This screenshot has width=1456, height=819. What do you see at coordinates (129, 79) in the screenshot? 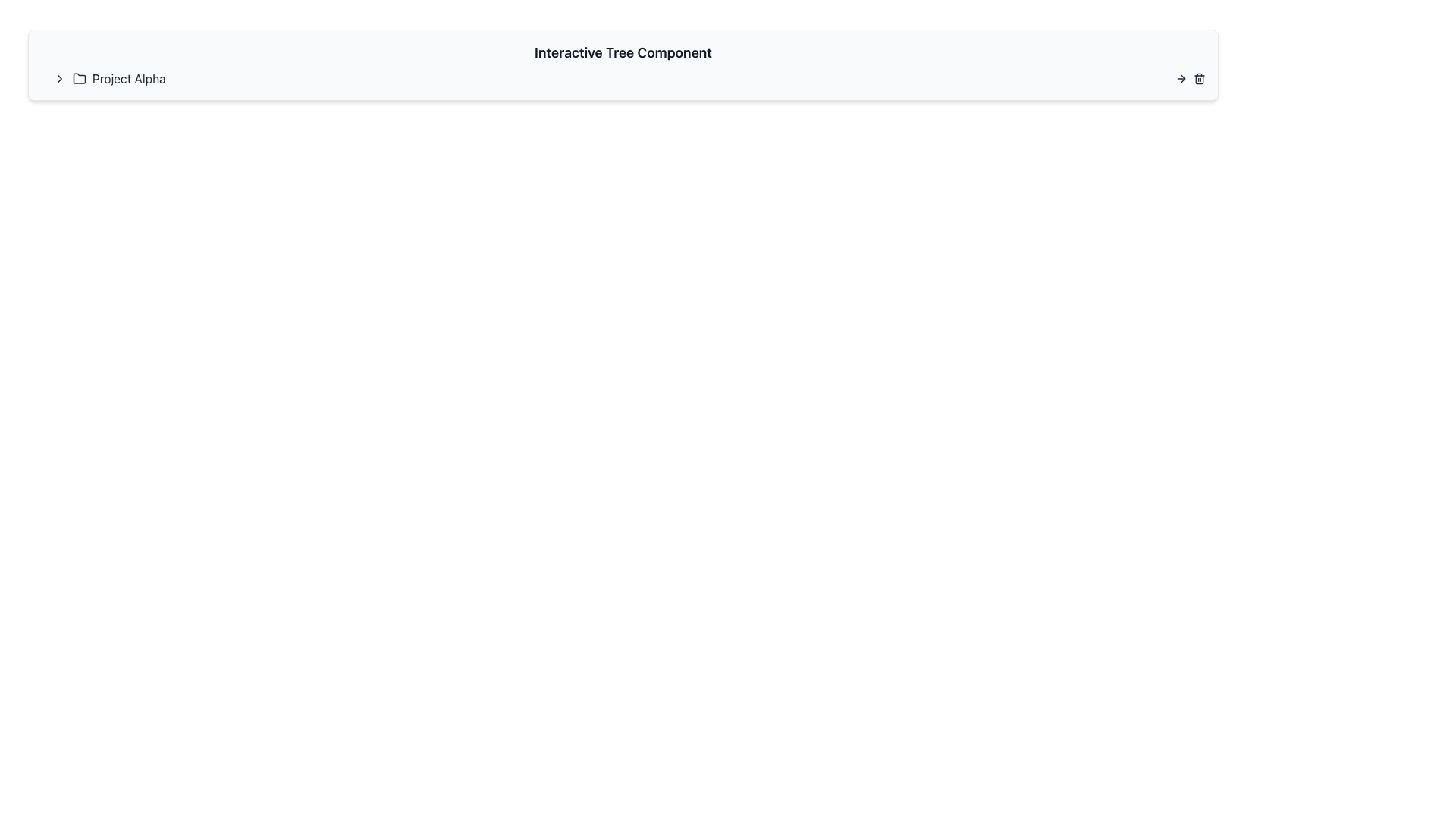
I see `the text 'Project Alpha' from the text label element in the hierarchical tree structure for copying` at bounding box center [129, 79].